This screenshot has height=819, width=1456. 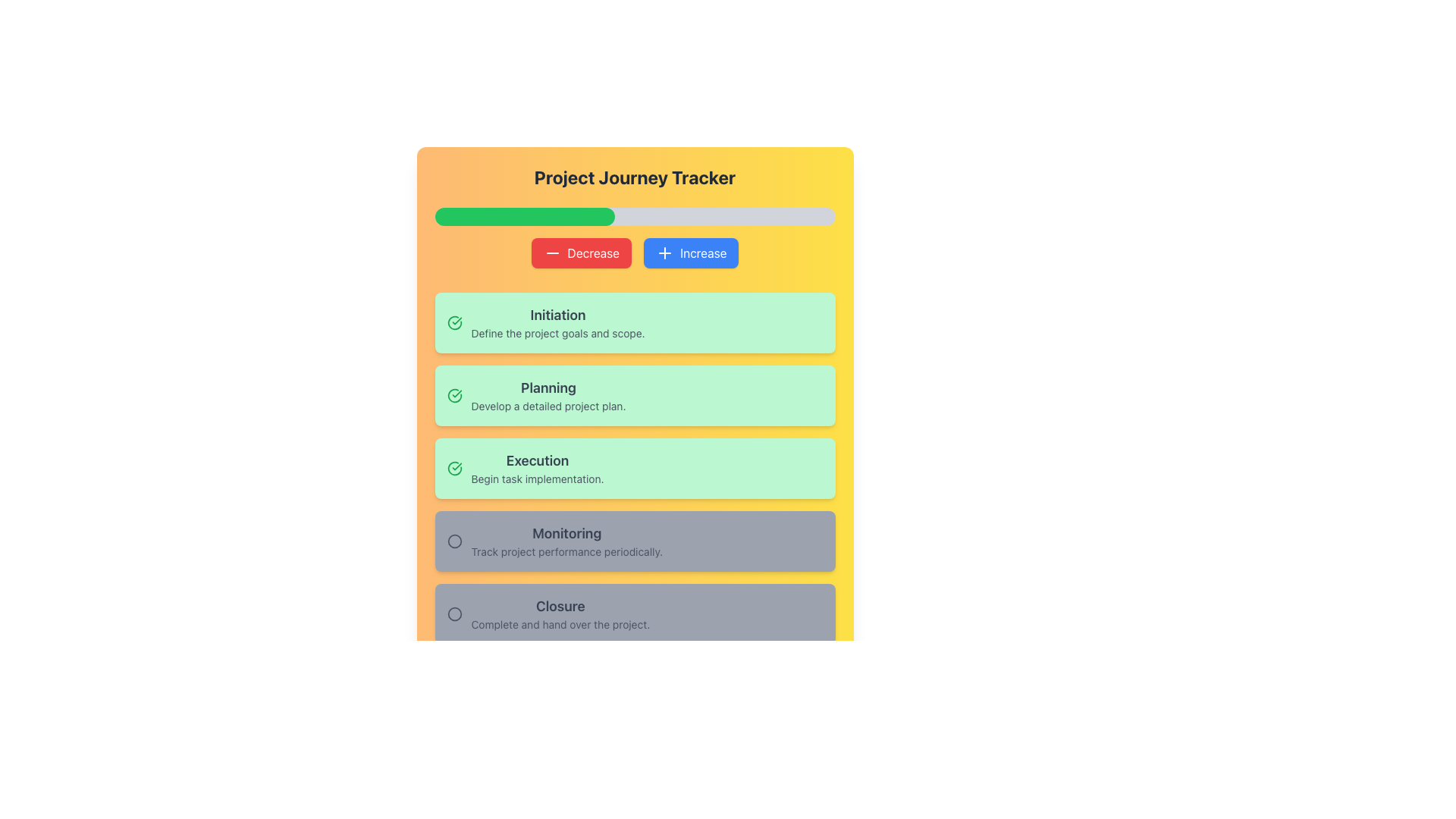 I want to click on the text label displaying 'Decrease' in white font against a red background, which is part of a button component located near the top of the application interface, so click(x=592, y=253).